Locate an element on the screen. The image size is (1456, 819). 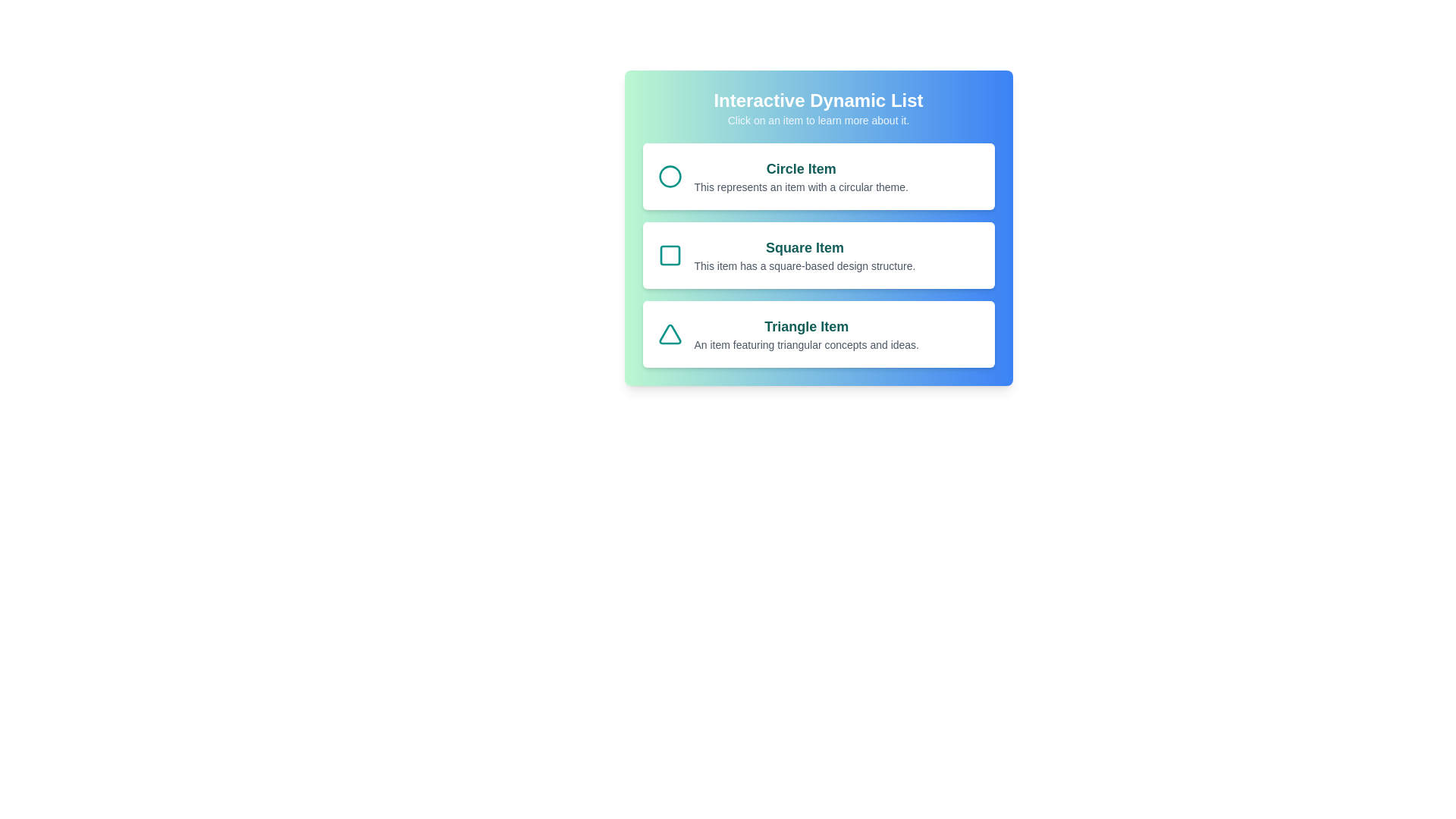
the list item Circle Item to observe changes in its background color is located at coordinates (817, 175).